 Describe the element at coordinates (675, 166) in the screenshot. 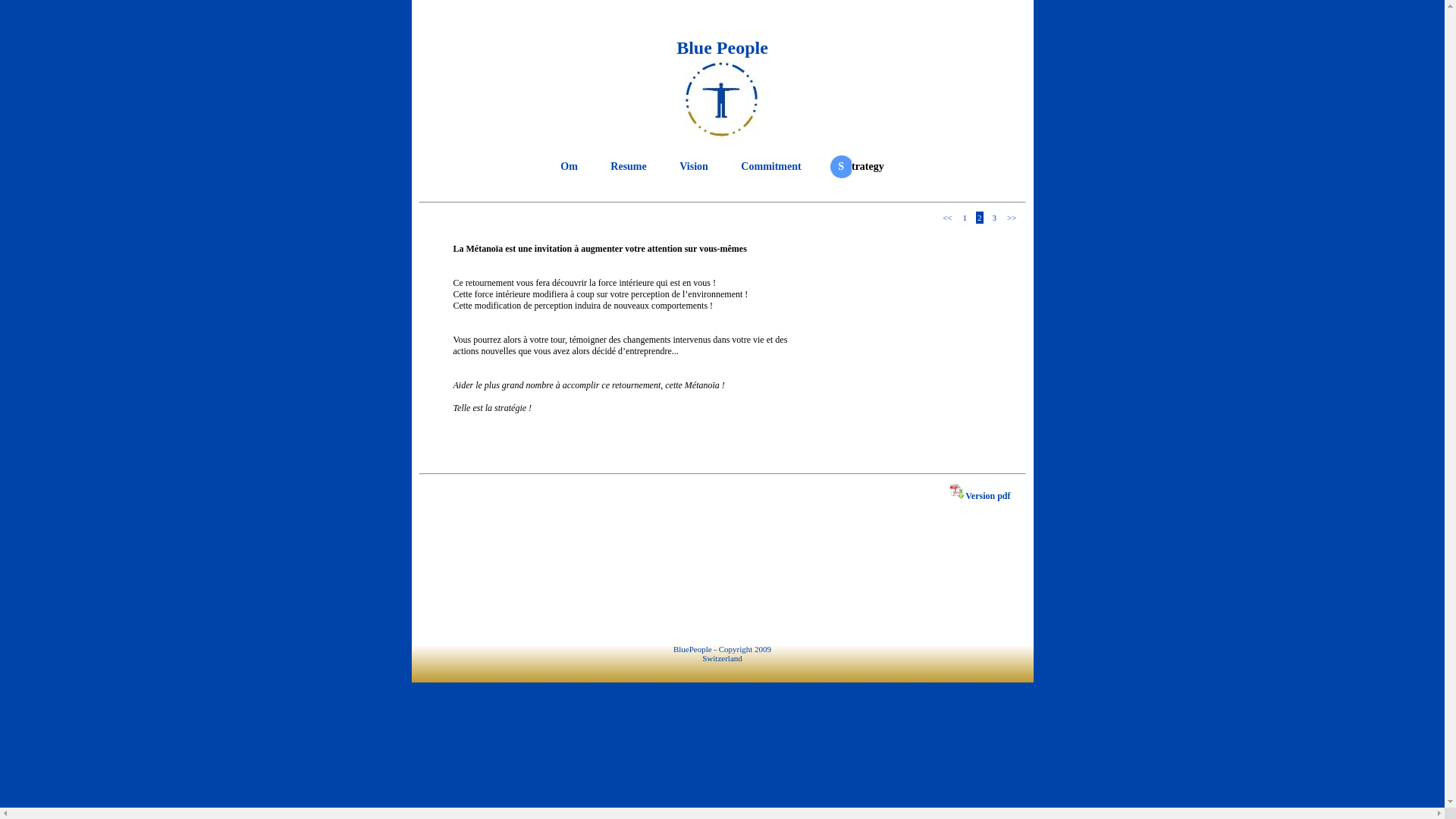

I see `'Vision'` at that location.